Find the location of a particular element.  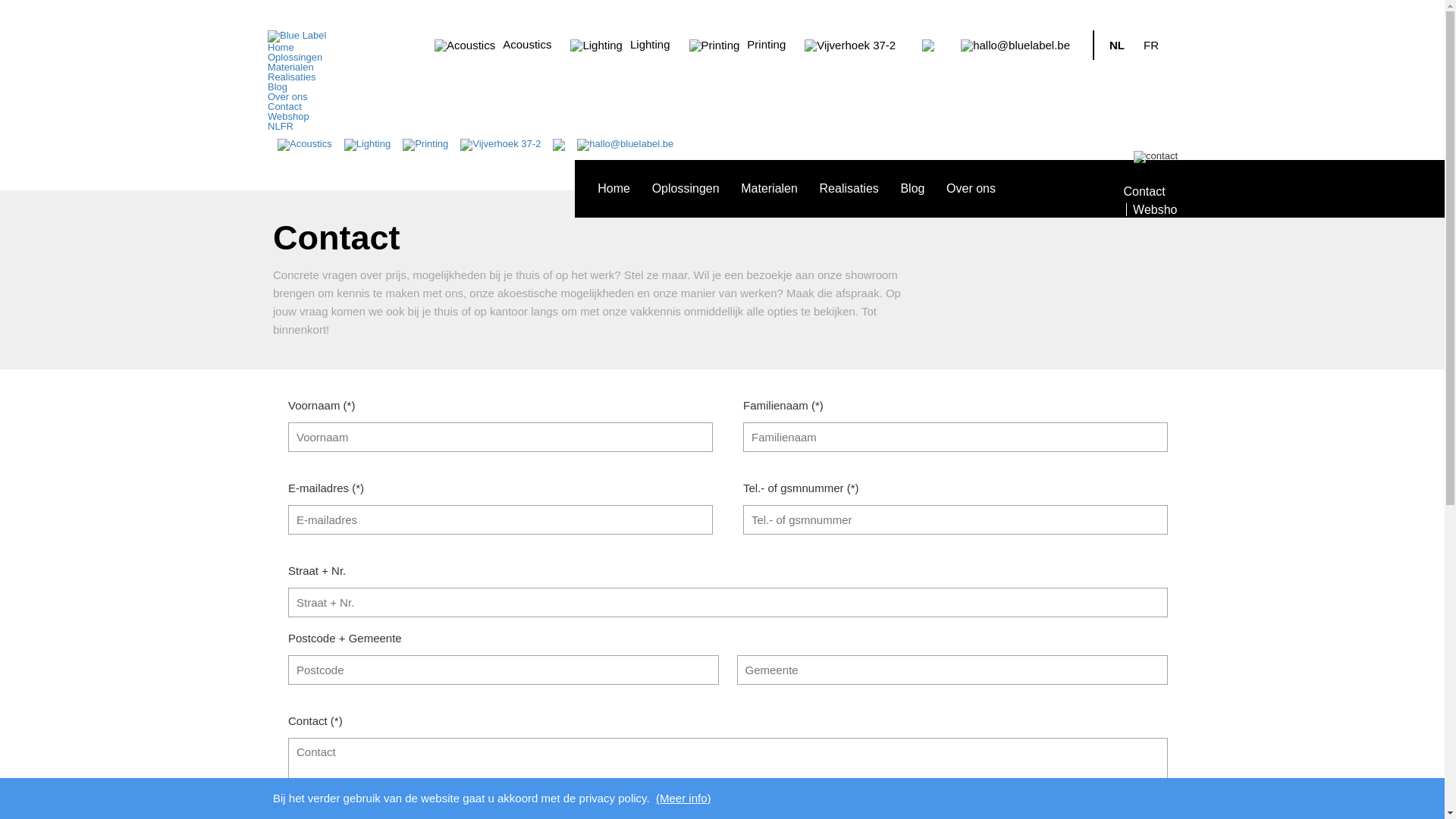

'NL' is located at coordinates (1117, 44).